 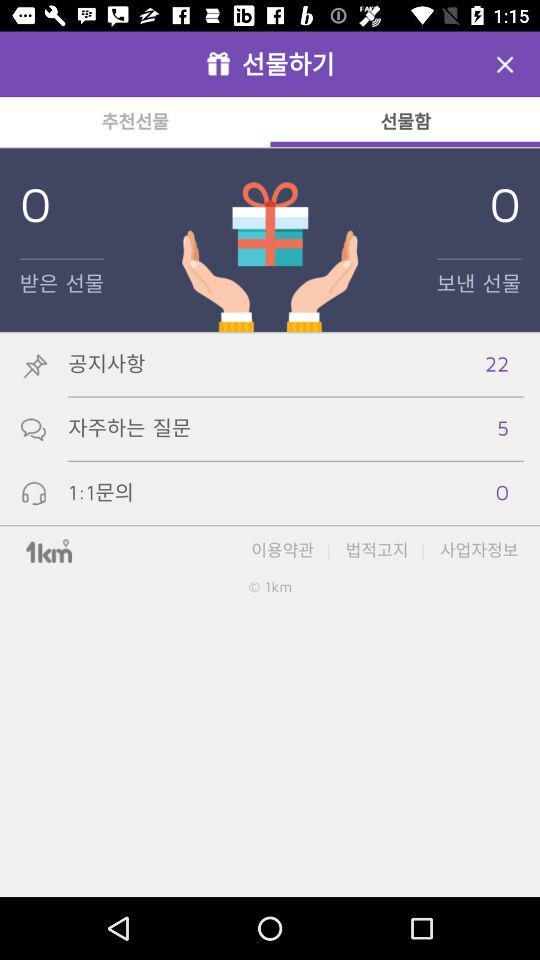 What do you see at coordinates (504, 64) in the screenshot?
I see `app` at bounding box center [504, 64].